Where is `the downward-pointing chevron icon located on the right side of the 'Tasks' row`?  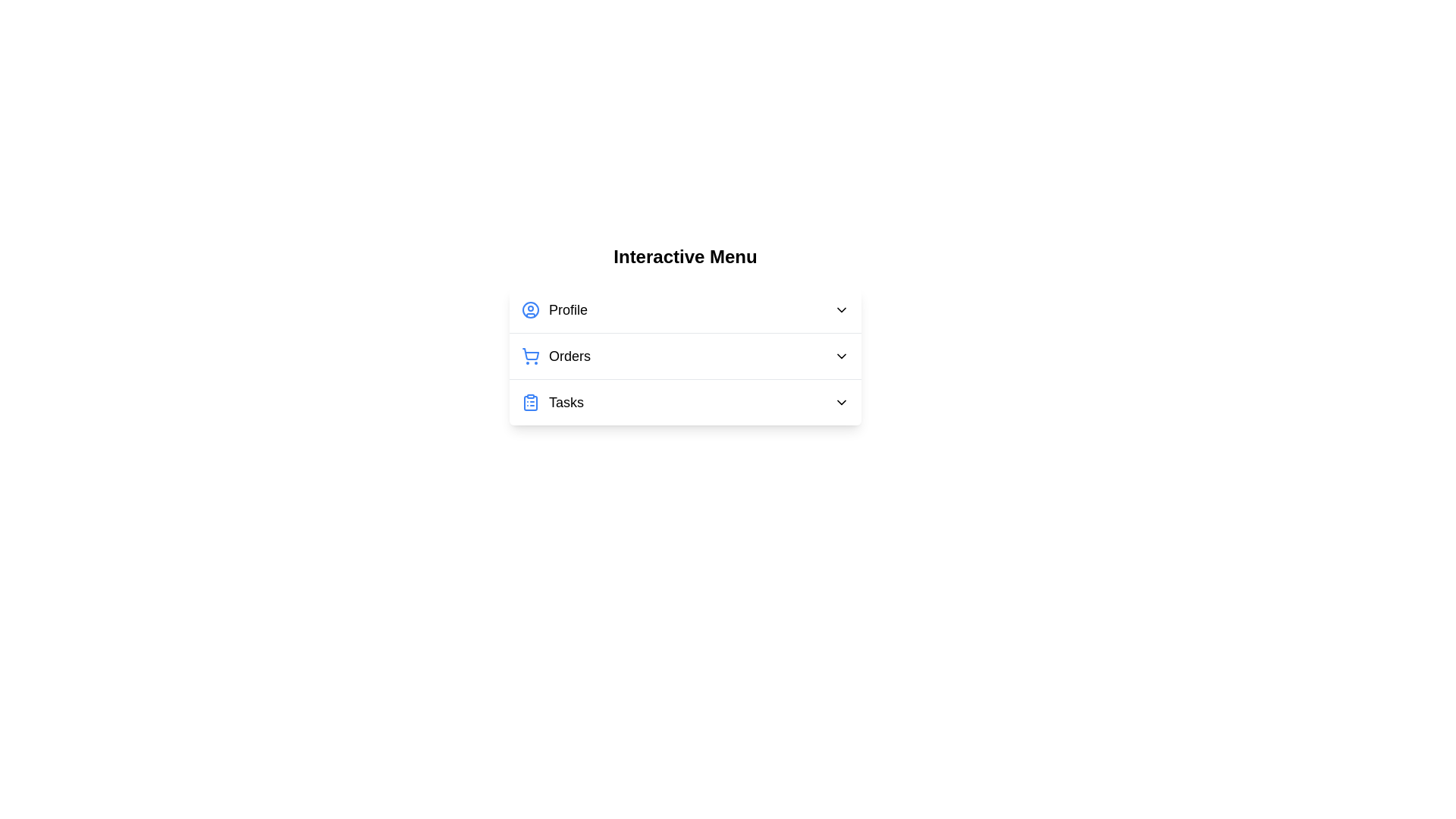 the downward-pointing chevron icon located on the right side of the 'Tasks' row is located at coordinates (840, 402).